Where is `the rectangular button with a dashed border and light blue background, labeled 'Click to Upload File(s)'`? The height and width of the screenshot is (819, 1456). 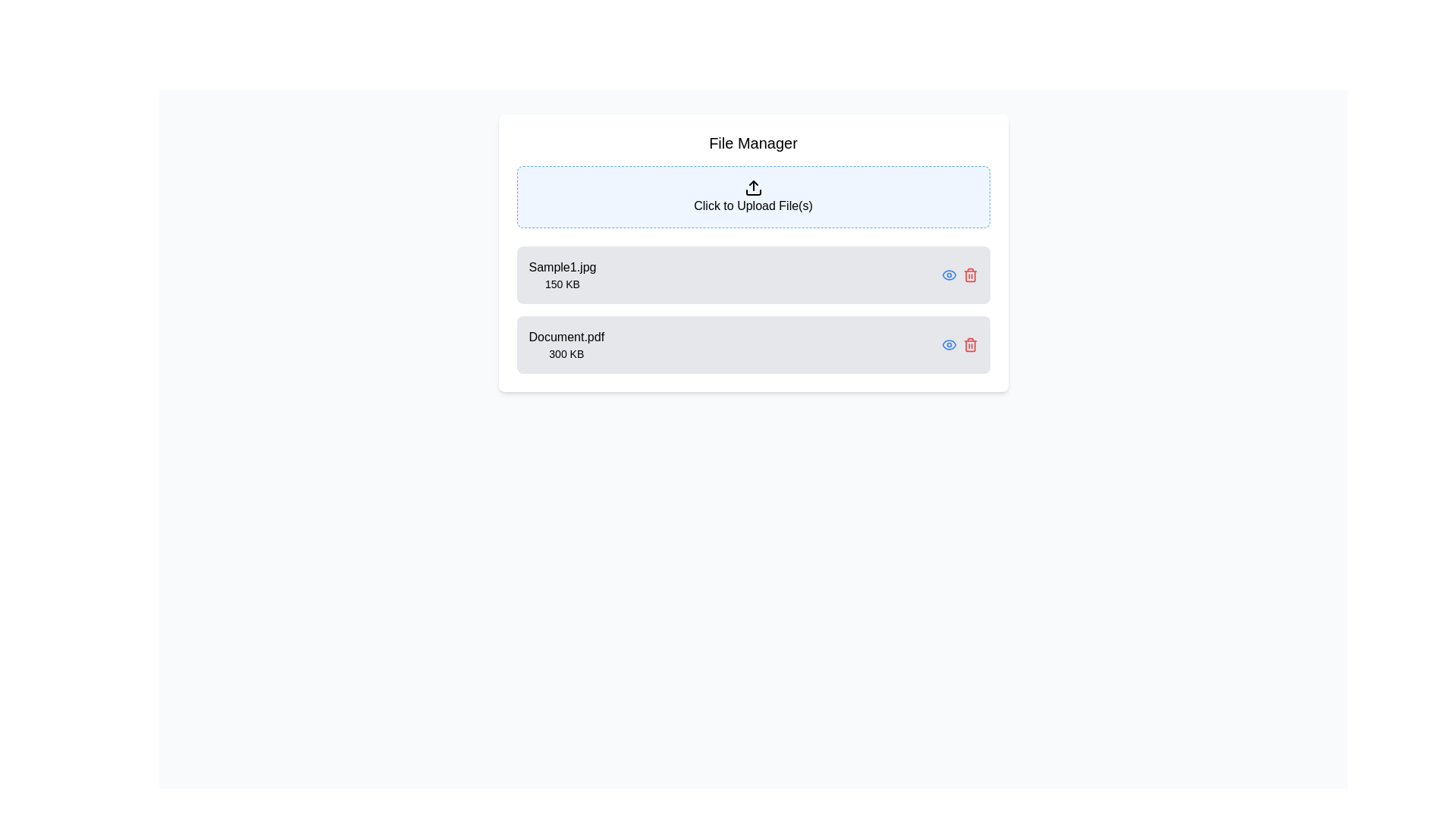 the rectangular button with a dashed border and light blue background, labeled 'Click to Upload File(s)' is located at coordinates (753, 196).